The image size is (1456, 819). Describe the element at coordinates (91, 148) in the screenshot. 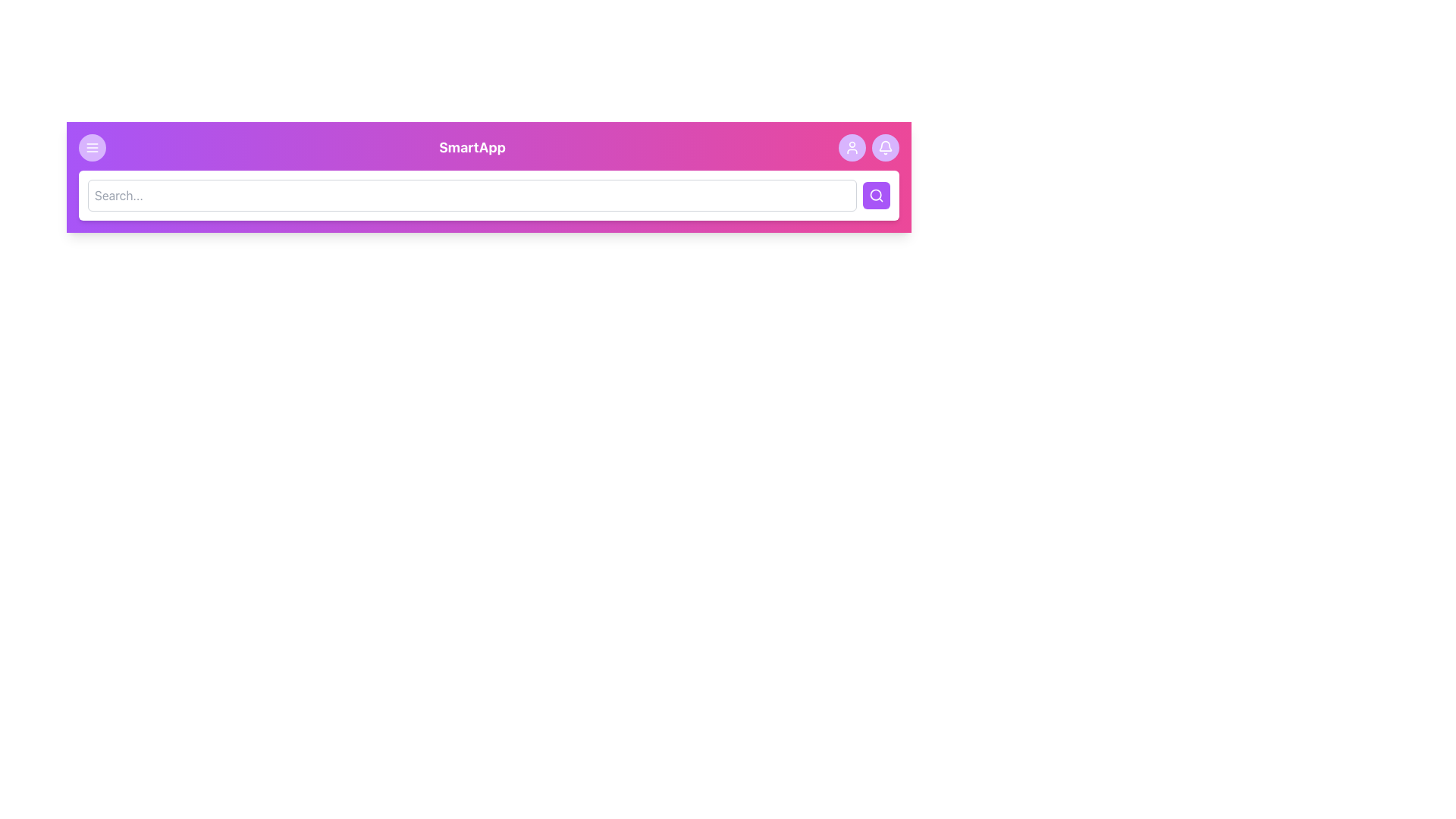

I see `the circular purple button with a white text icon representing a menu, located on the leftmost side of the header bar` at that location.